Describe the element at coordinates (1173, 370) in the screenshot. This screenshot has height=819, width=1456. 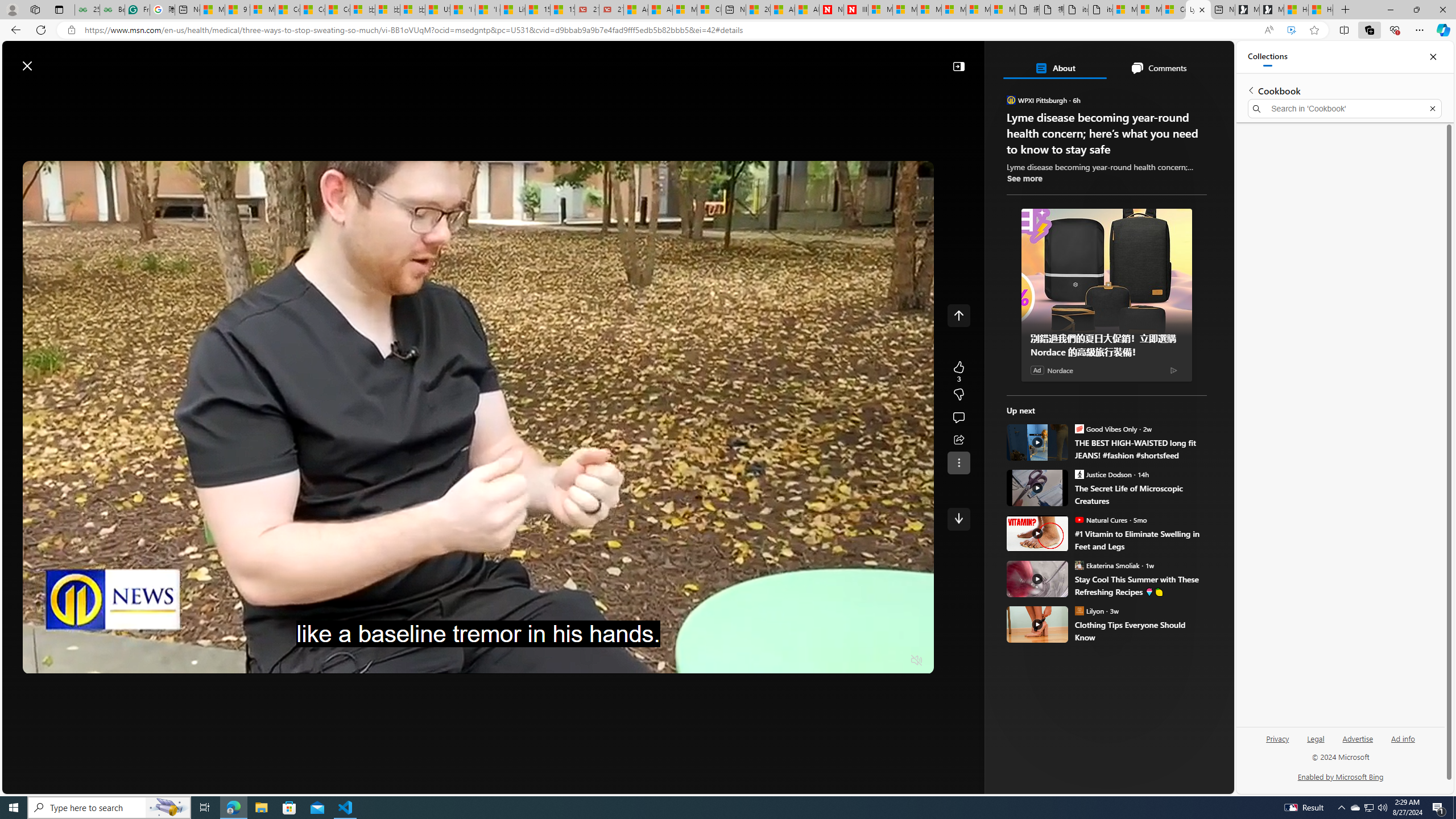
I see `'Ad Choice'` at that location.